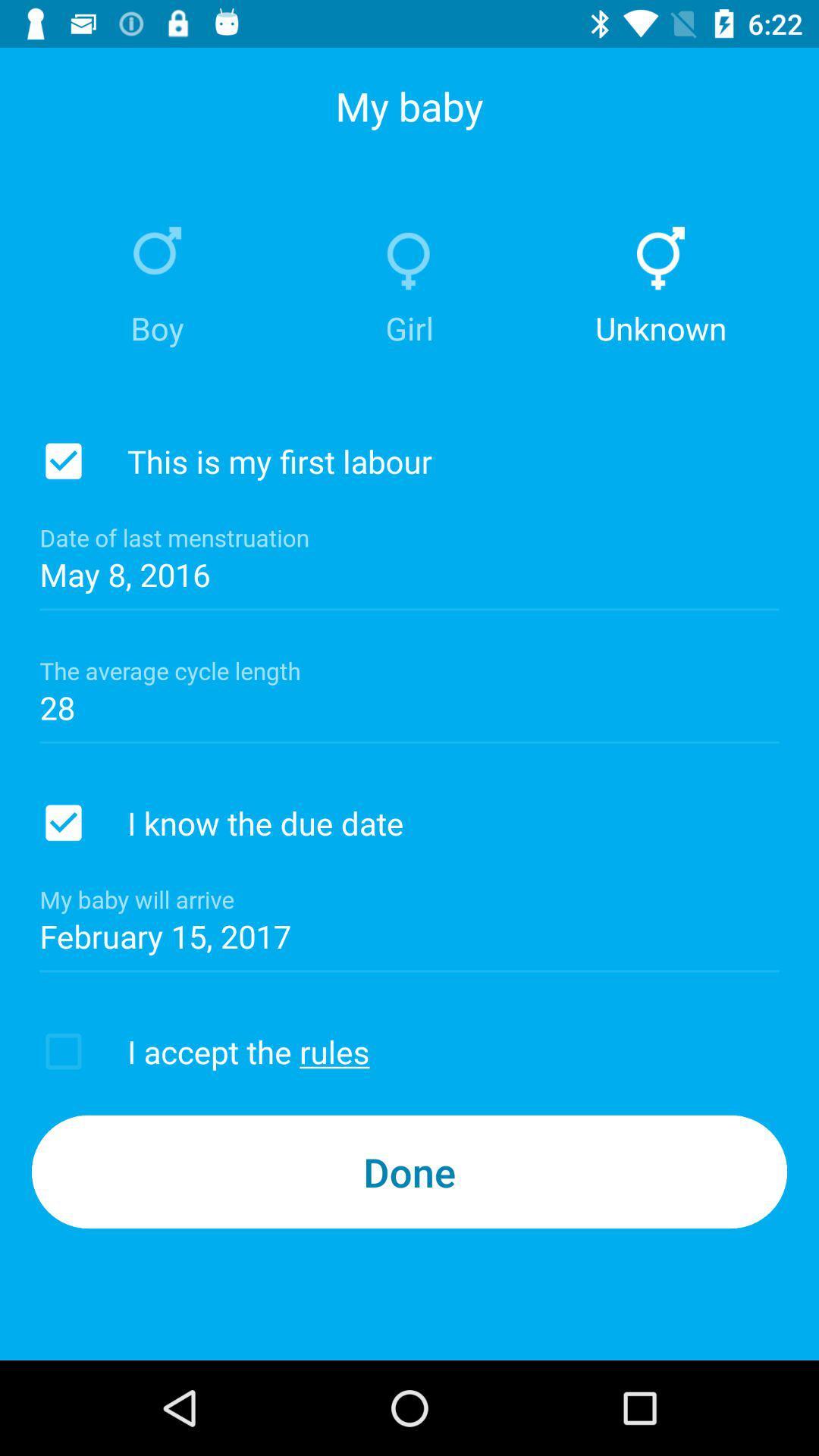  What do you see at coordinates (63, 822) in the screenshot?
I see `due date` at bounding box center [63, 822].